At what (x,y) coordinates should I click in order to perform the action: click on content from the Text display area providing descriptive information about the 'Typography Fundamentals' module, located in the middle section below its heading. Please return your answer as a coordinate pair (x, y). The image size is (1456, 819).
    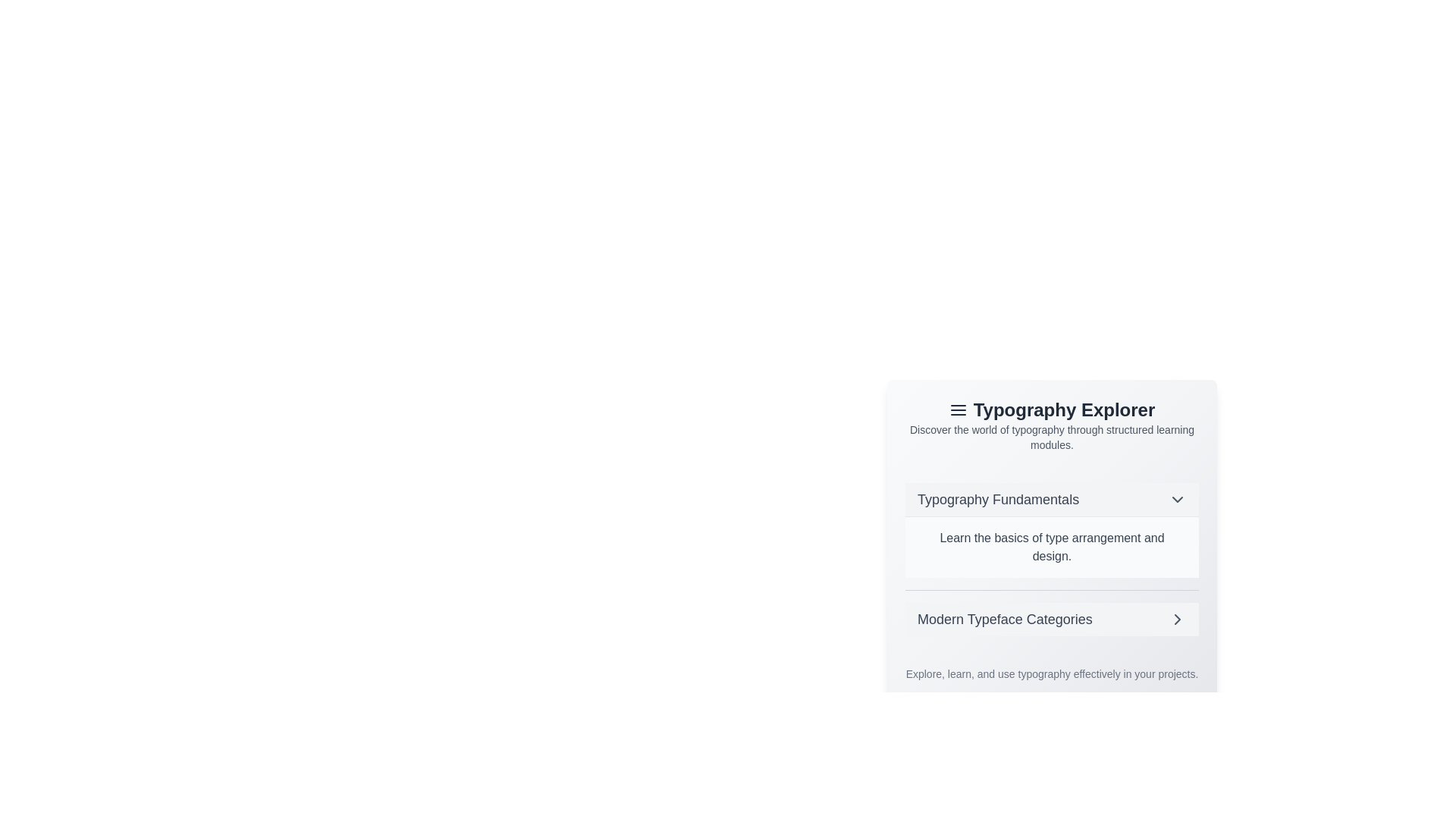
    Looking at the image, I should click on (1051, 526).